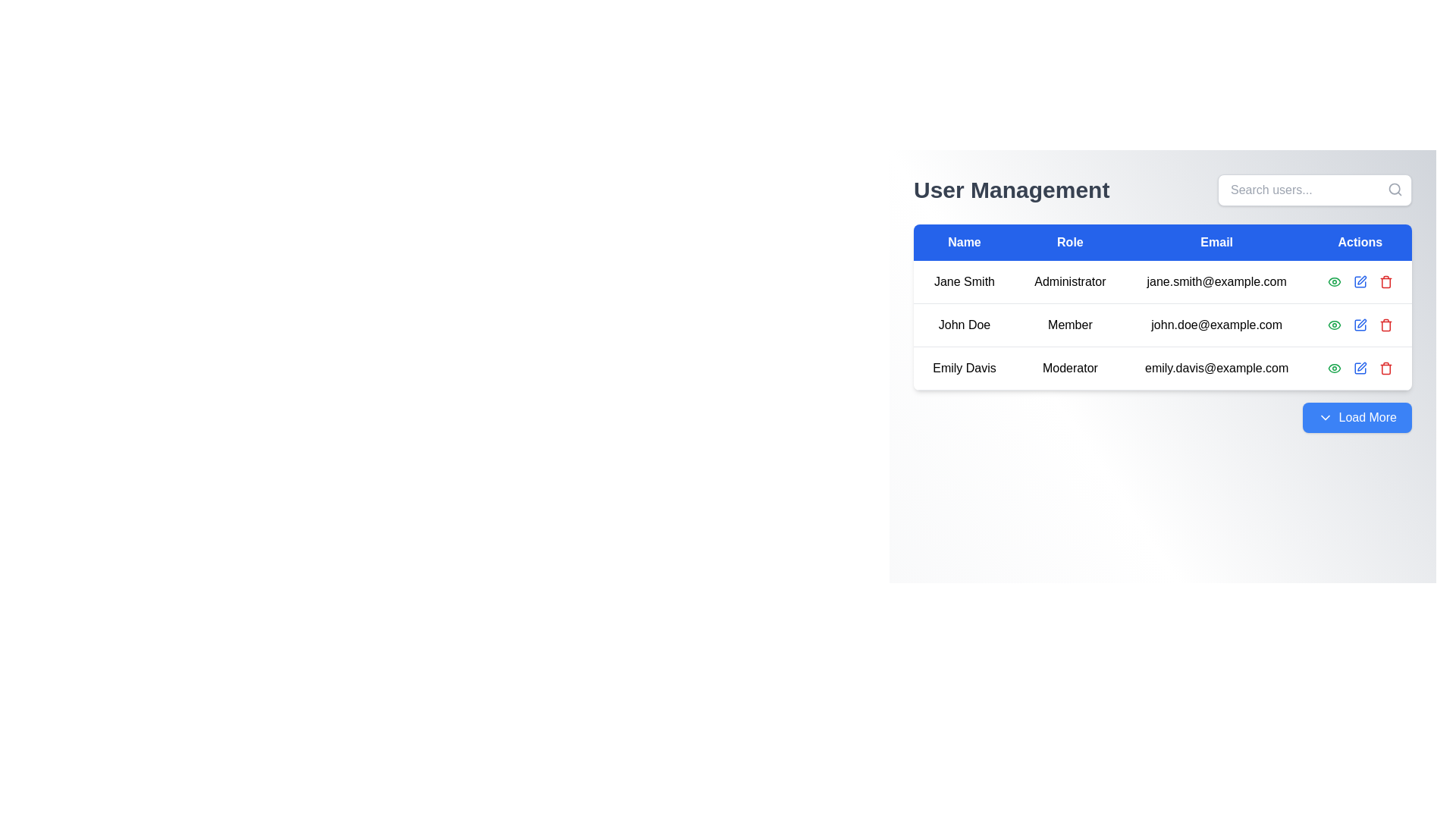 This screenshot has height=819, width=1456. Describe the element at coordinates (1360, 369) in the screenshot. I see `the edit icon button for the user 'Emily Davis' located` at that location.